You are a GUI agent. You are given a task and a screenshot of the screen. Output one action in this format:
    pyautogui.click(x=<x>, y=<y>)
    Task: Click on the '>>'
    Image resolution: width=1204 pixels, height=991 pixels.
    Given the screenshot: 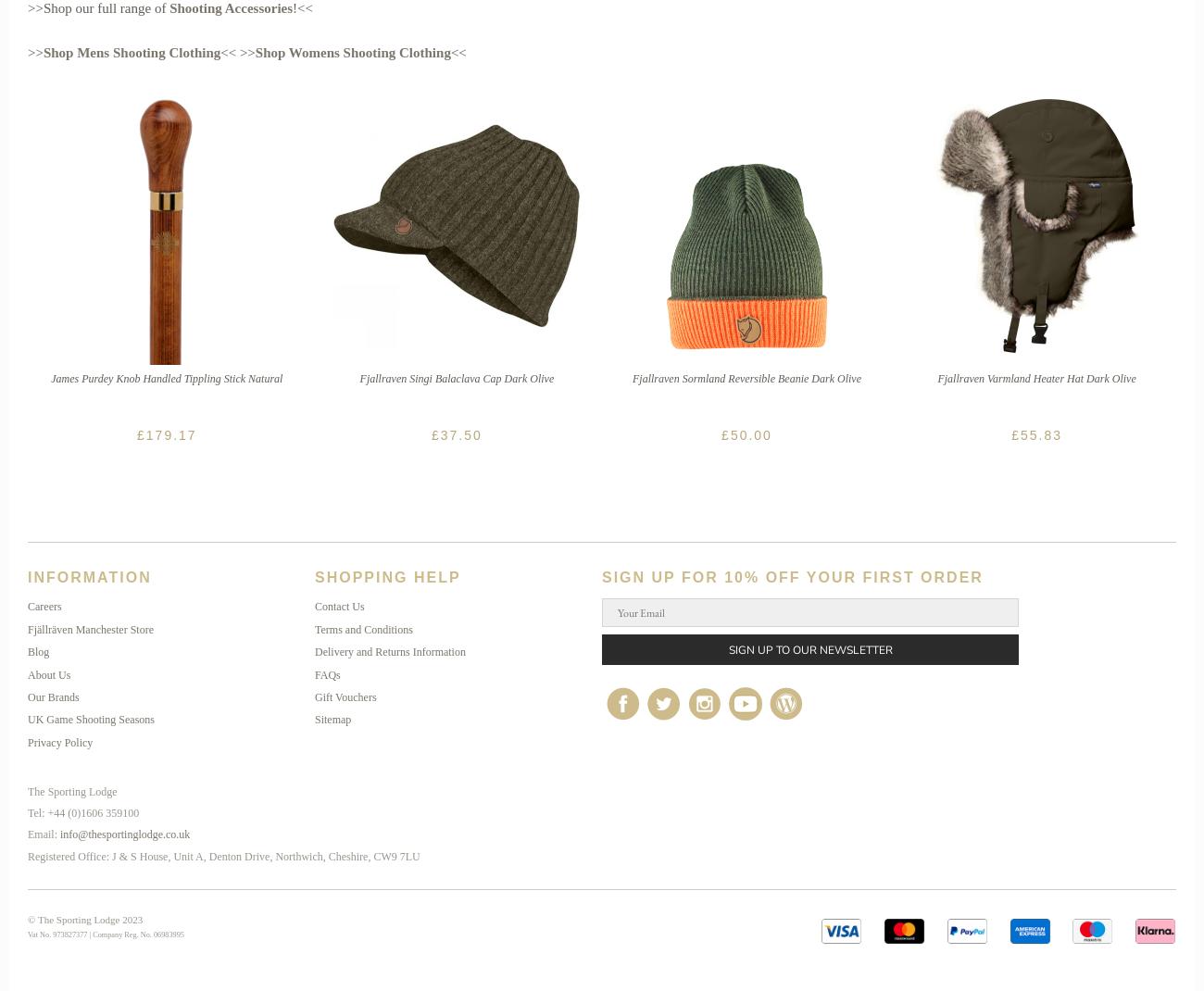 What is the action you would take?
    pyautogui.click(x=33, y=52)
    